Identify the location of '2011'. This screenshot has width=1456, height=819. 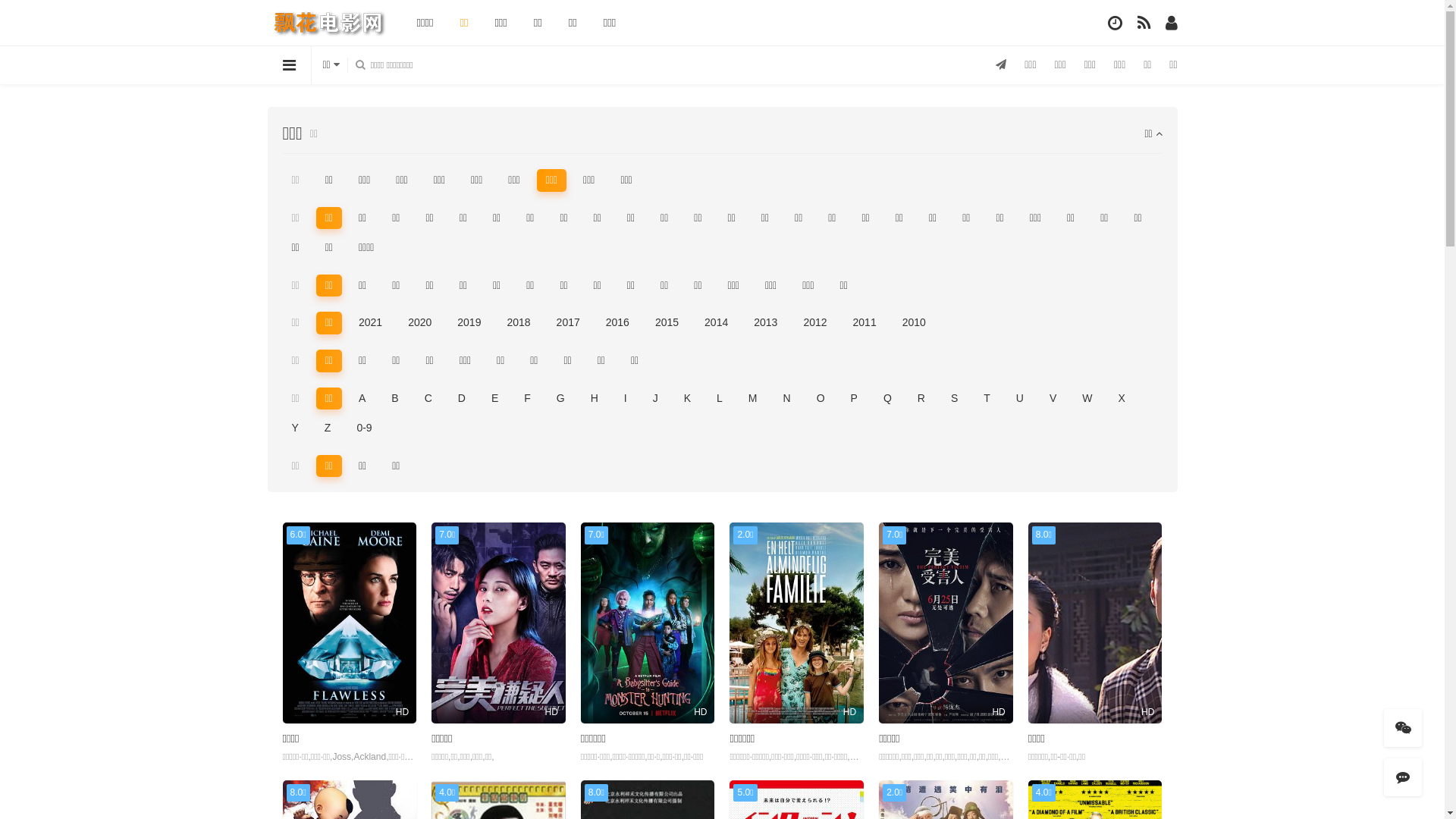
(843, 322).